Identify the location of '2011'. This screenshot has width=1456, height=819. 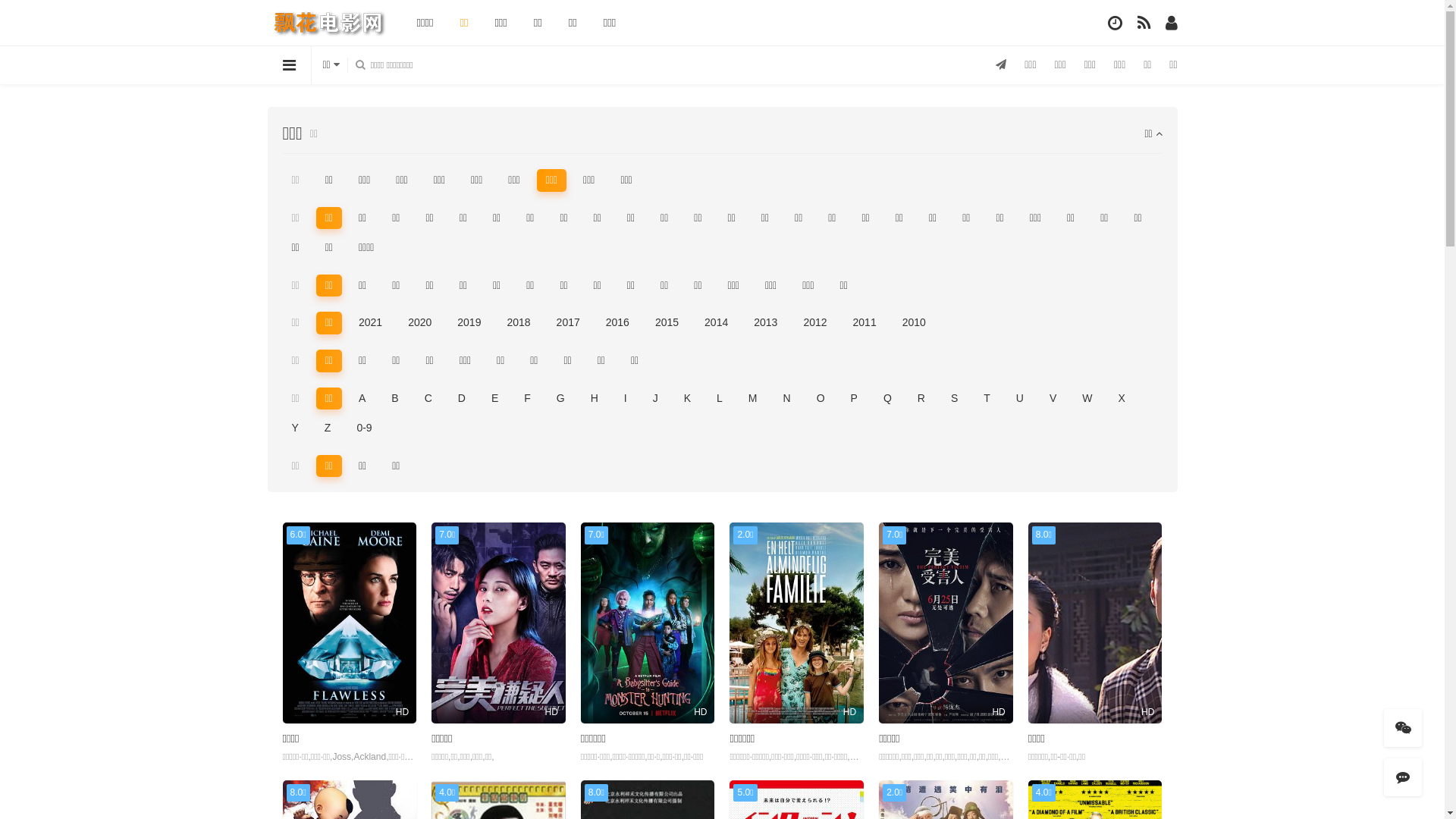
(843, 322).